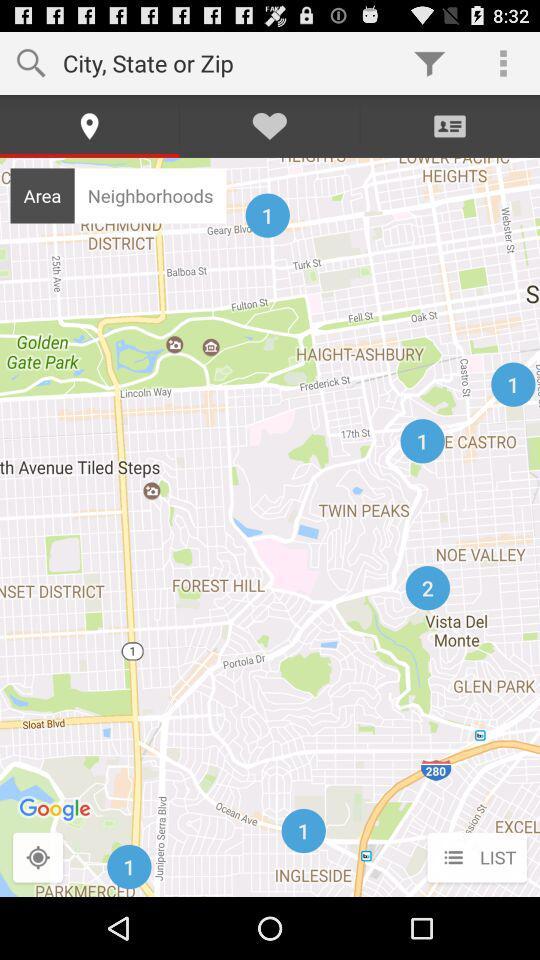 This screenshot has height=960, width=540. Describe the element at coordinates (149, 195) in the screenshot. I see `icon next to area item` at that location.